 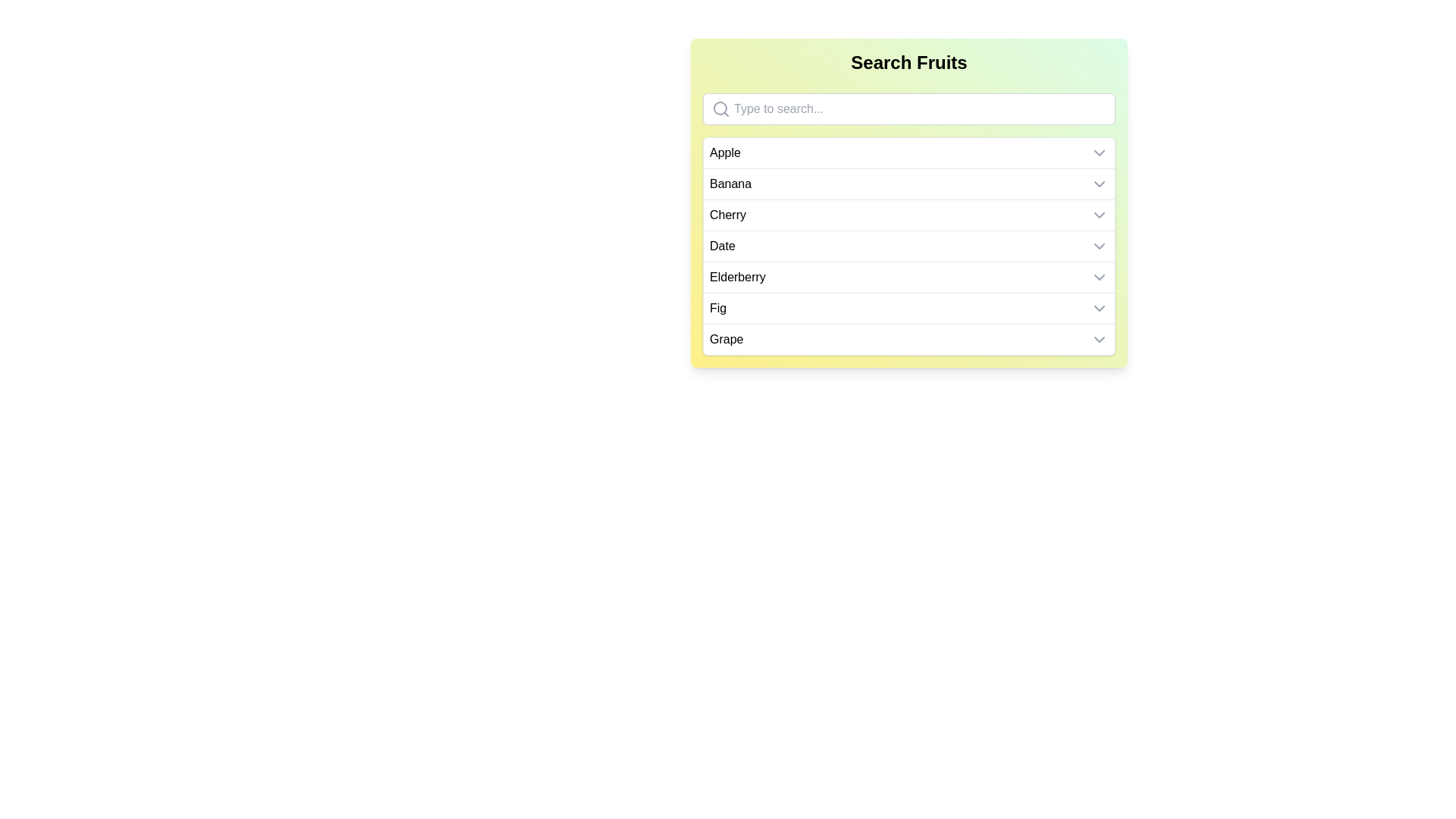 I want to click on the downward-pointing chevron icon styled with a smooth gray color on the far right of the 'Grape' row in the 'Search Fruits' list, so click(x=1099, y=338).